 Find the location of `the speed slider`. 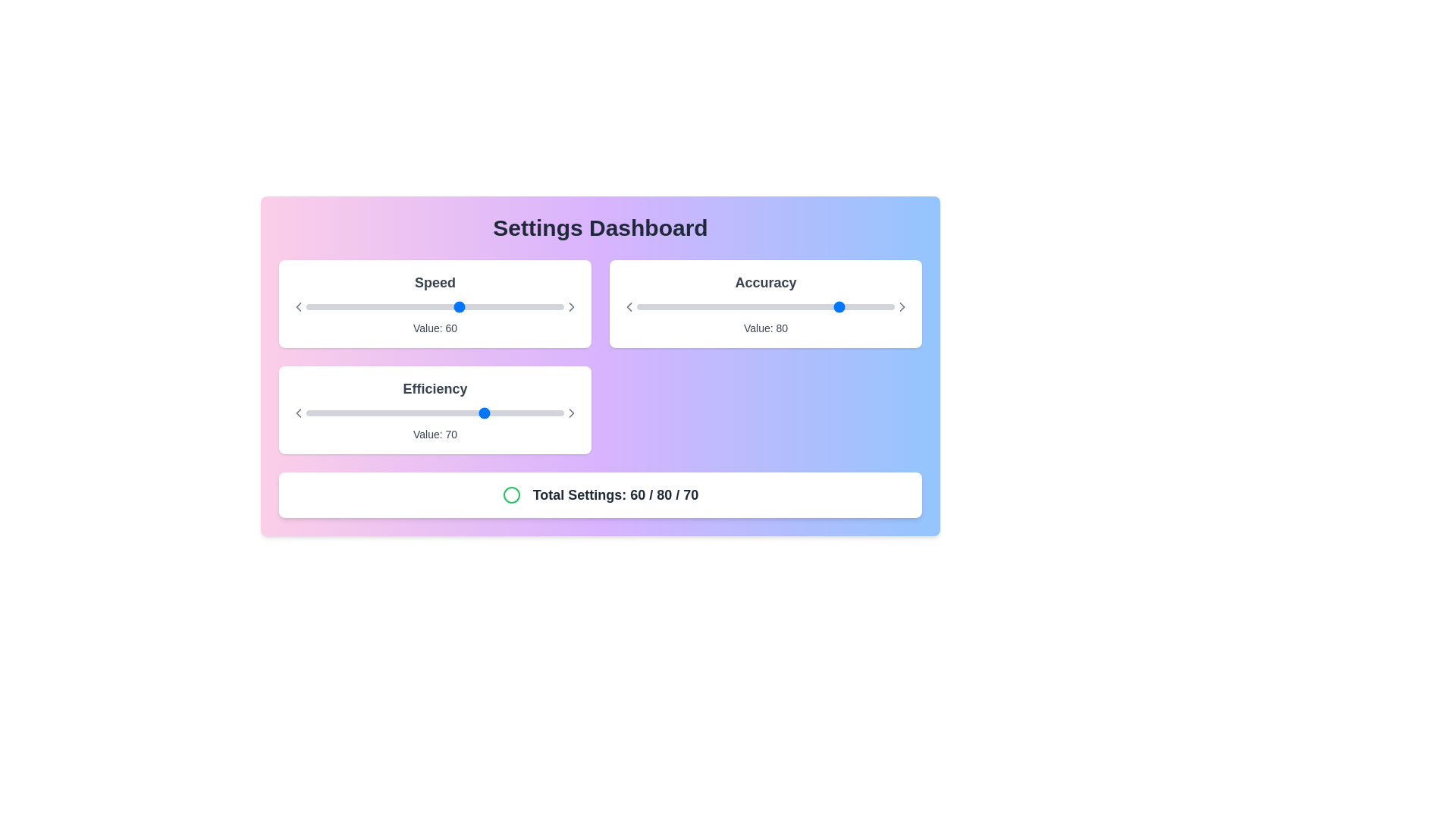

the speed slider is located at coordinates (323, 307).